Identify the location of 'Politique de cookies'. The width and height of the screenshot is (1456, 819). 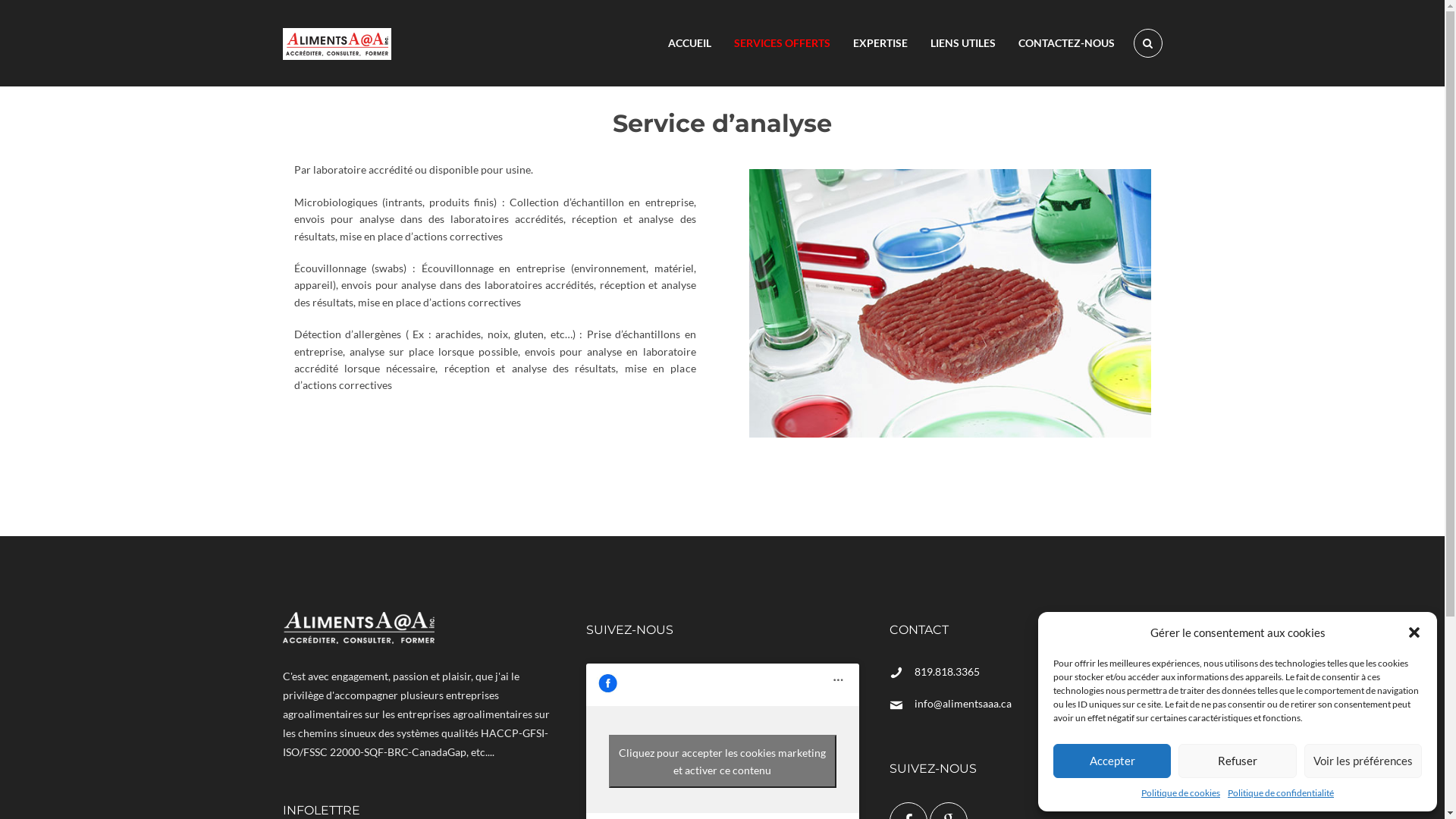
(1179, 792).